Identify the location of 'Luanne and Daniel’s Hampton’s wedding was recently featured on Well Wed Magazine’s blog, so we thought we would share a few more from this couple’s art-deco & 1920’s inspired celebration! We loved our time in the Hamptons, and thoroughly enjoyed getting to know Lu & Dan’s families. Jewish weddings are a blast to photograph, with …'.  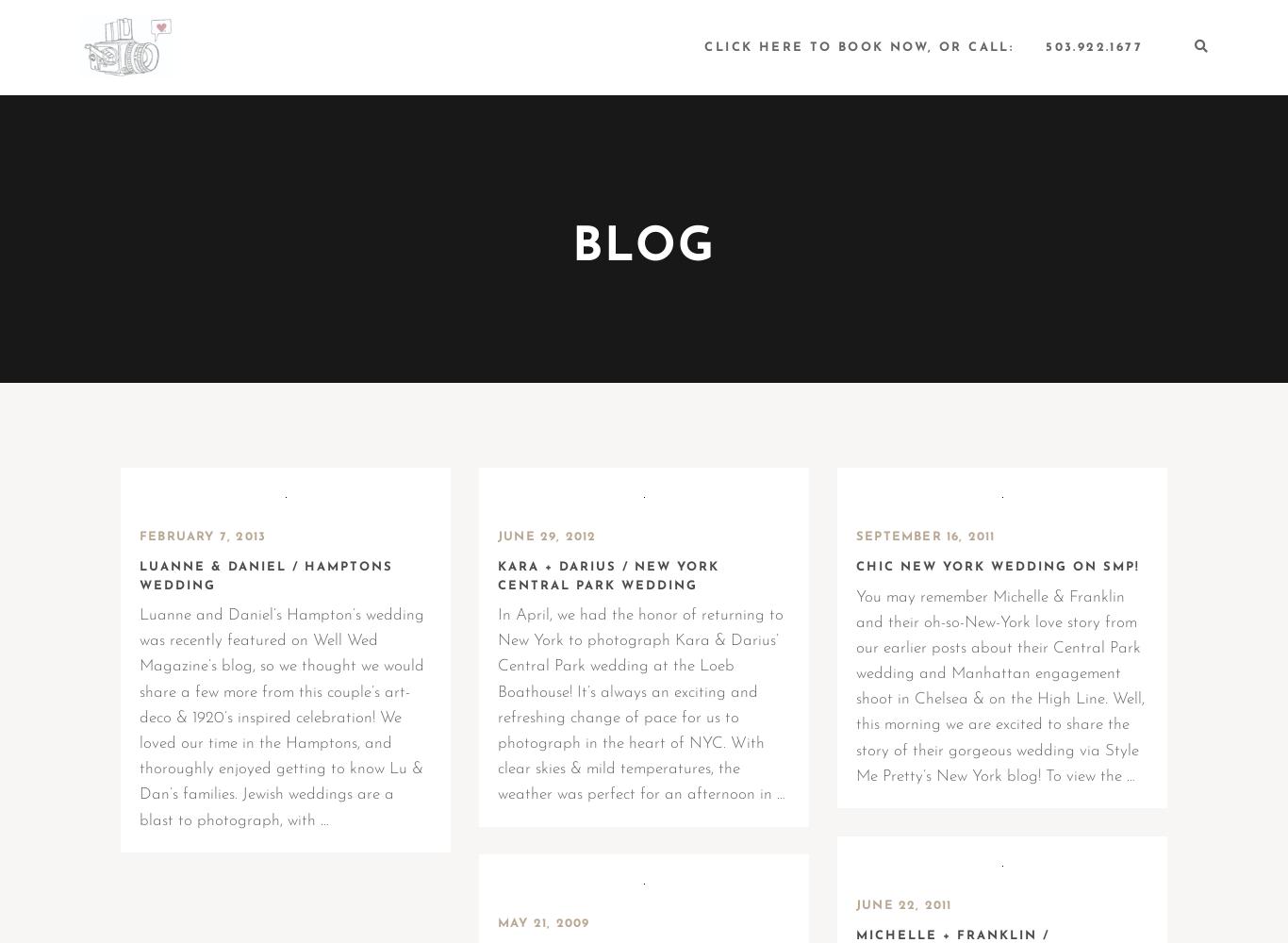
(282, 718).